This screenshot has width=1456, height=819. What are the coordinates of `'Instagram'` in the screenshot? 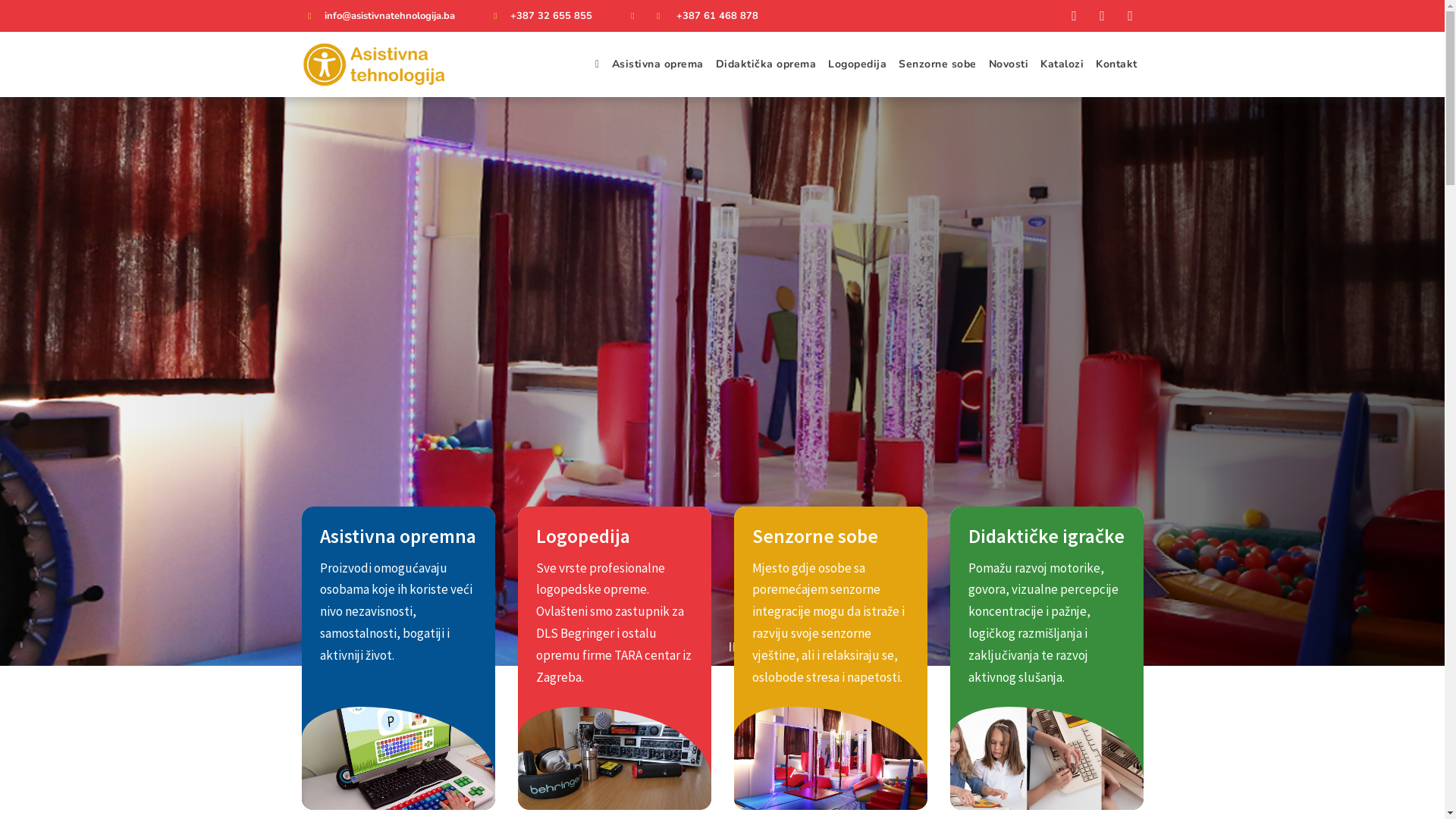 It's located at (1117, 15).